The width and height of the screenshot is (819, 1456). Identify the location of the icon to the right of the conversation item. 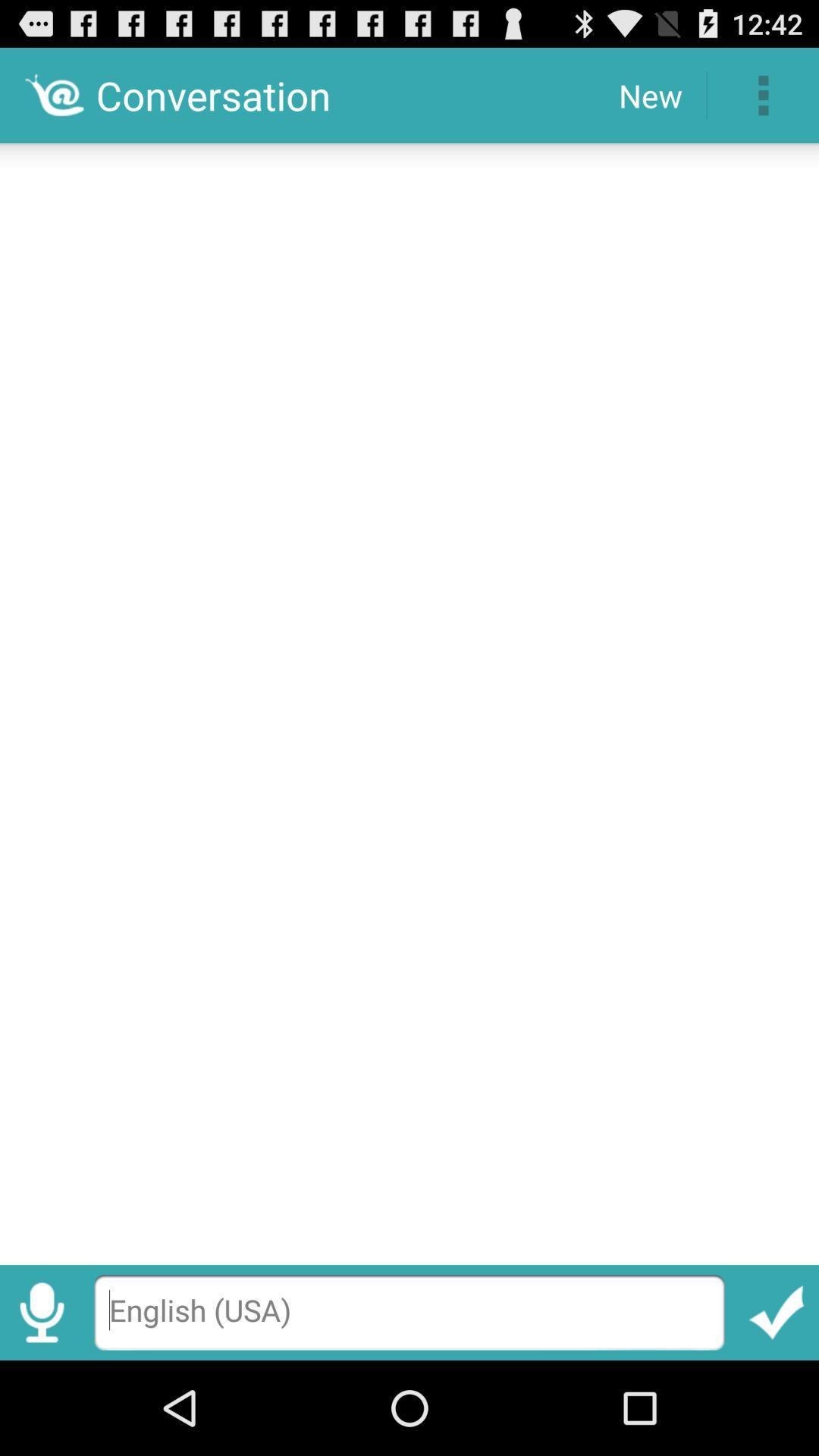
(649, 94).